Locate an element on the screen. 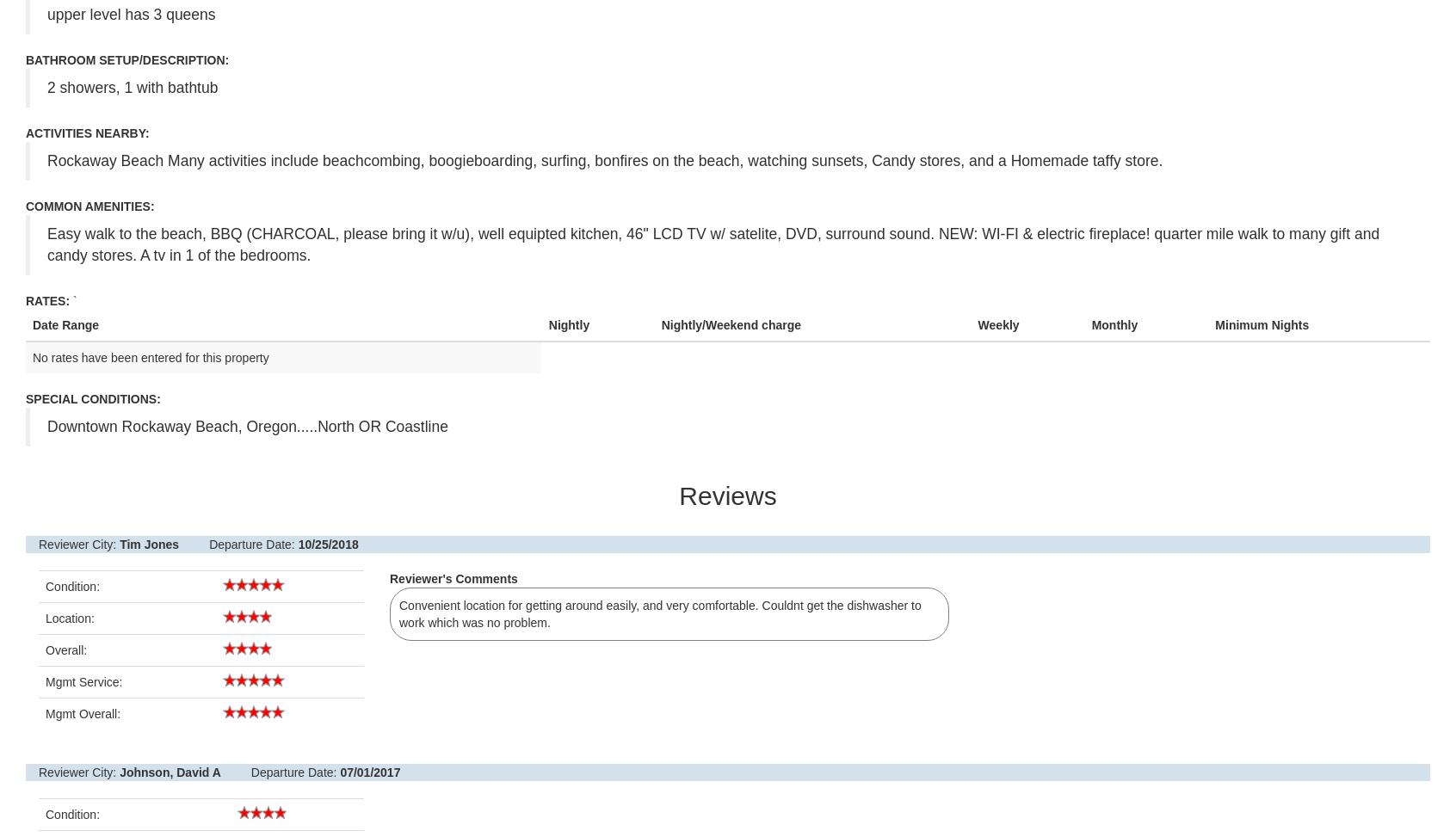  '`' is located at coordinates (72, 299).